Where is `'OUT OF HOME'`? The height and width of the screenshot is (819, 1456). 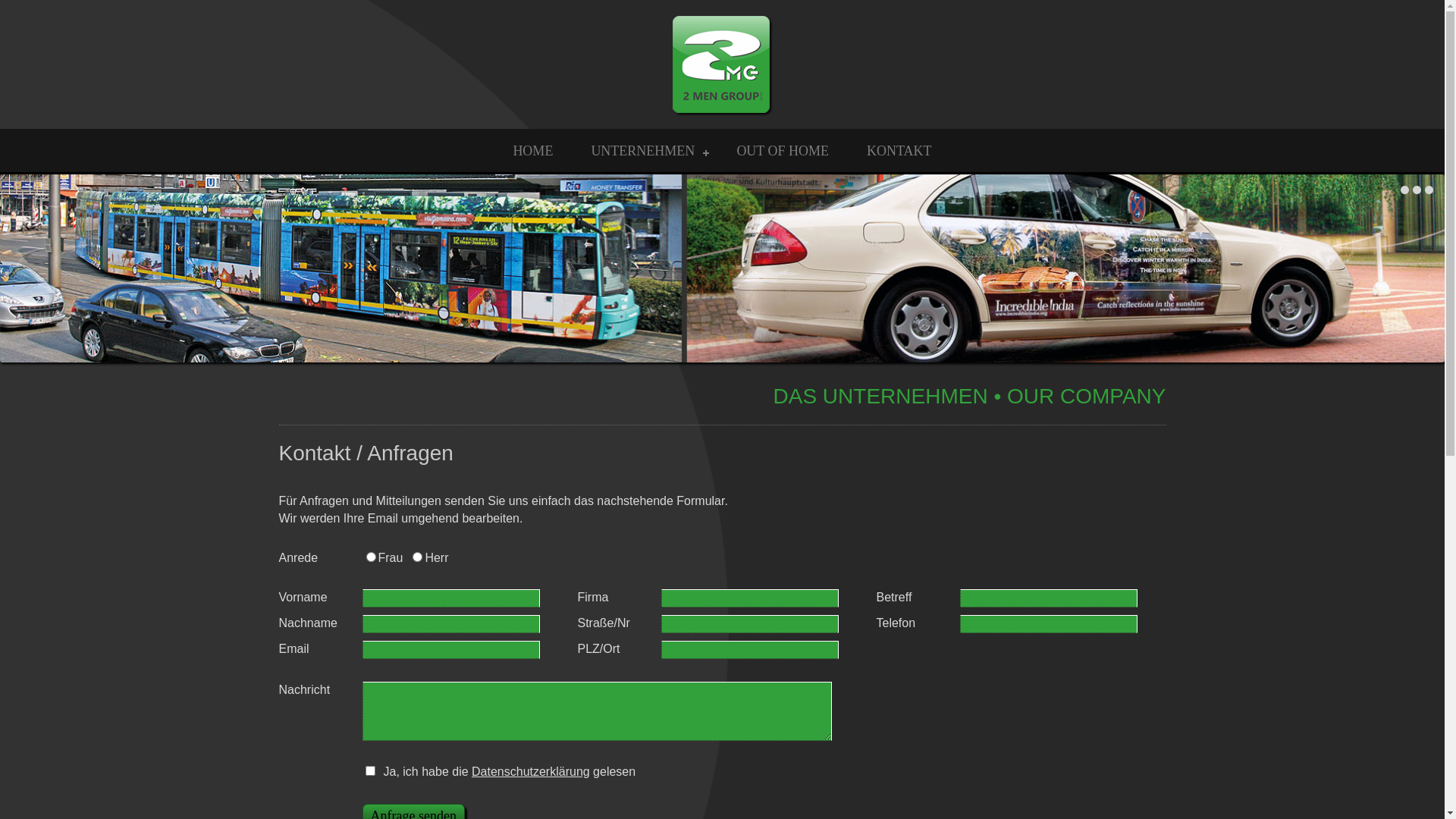
'OUT OF HOME' is located at coordinates (783, 151).